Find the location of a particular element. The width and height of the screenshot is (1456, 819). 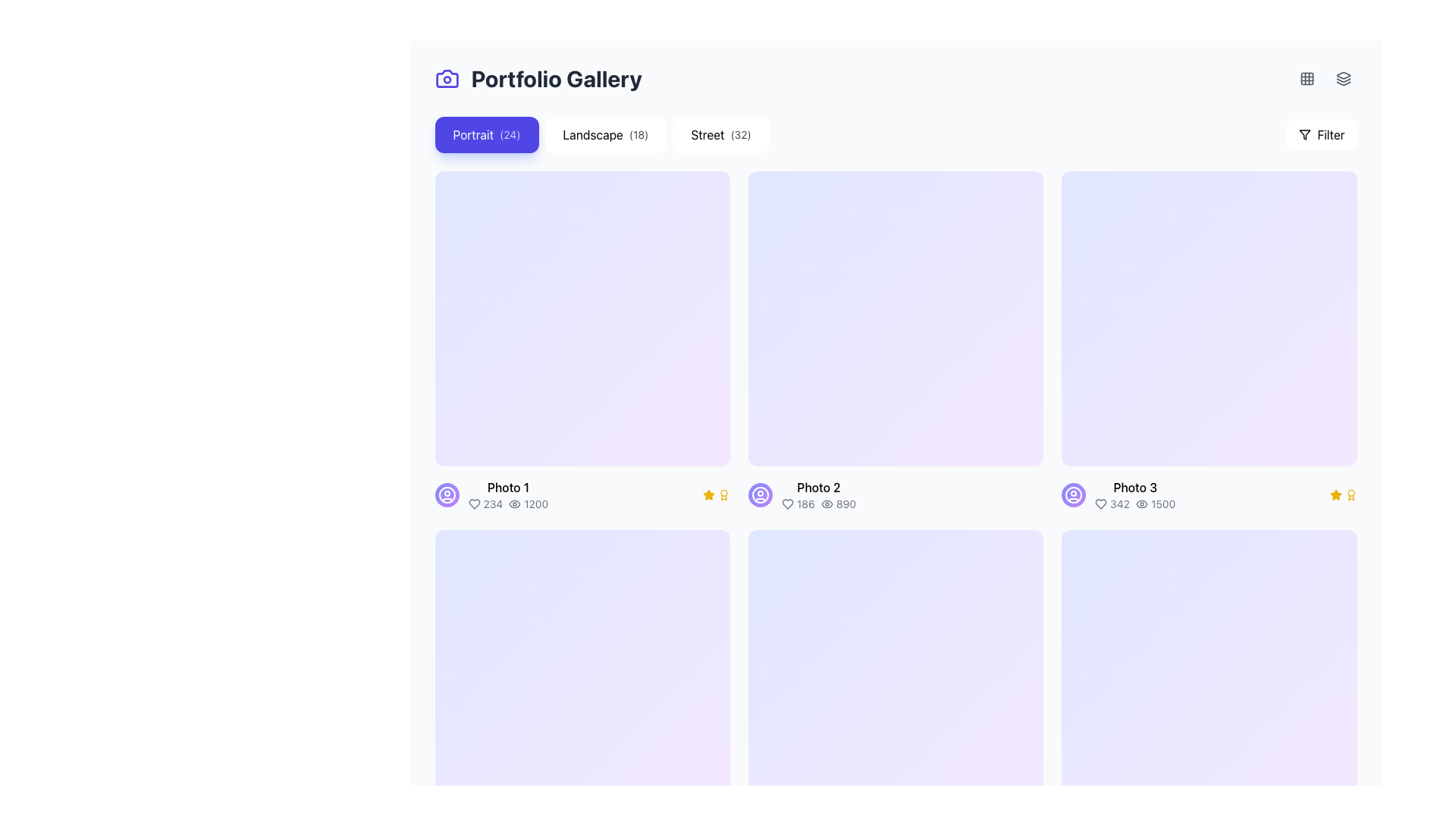

the heart and eye icons associated with the likes and views numerical information displayed below 'Photo 3' in the third column of the grid layout is located at coordinates (1135, 504).